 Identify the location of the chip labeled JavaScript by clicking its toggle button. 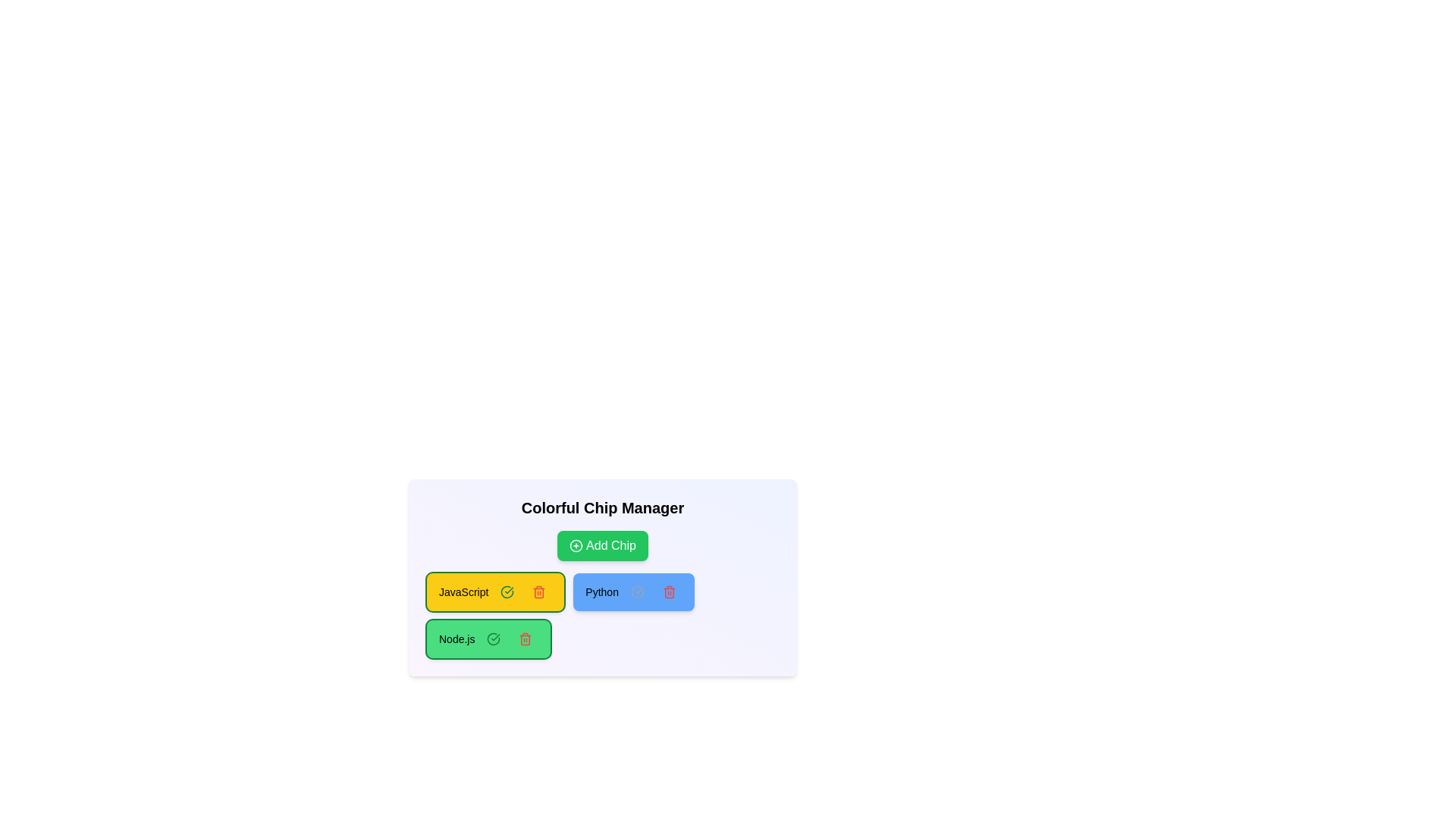
(507, 591).